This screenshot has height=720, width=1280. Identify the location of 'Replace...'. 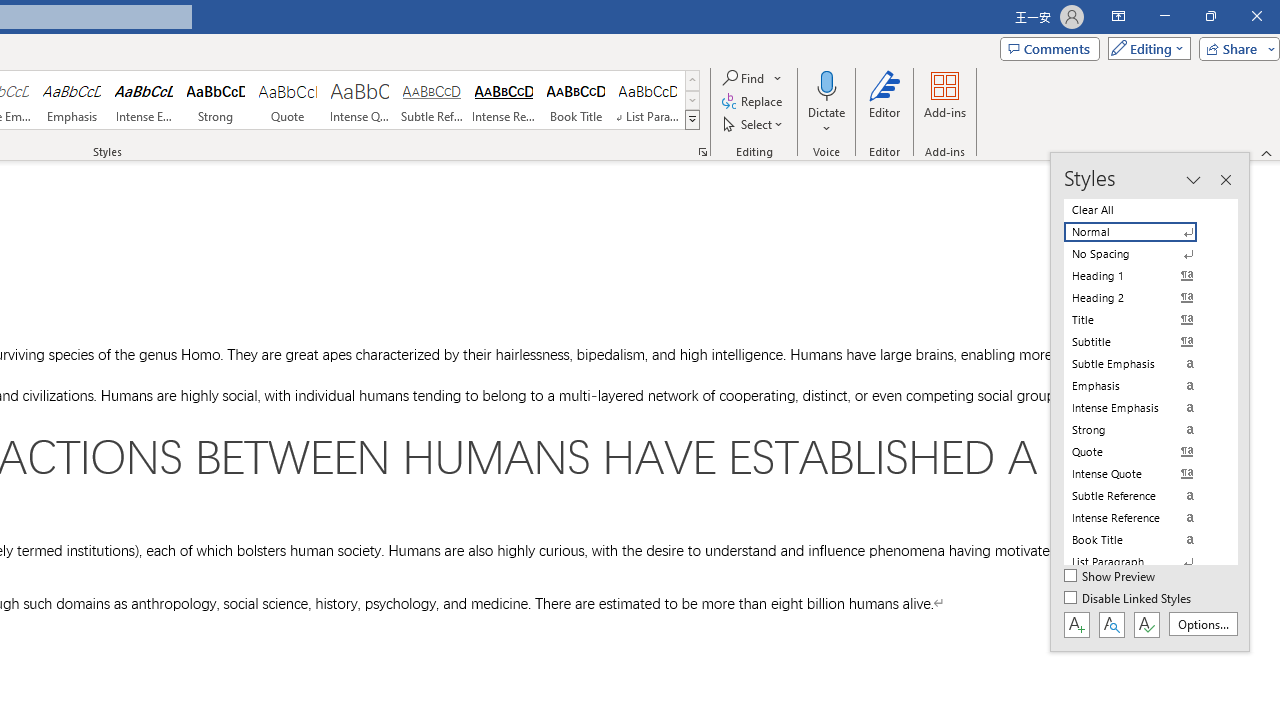
(752, 101).